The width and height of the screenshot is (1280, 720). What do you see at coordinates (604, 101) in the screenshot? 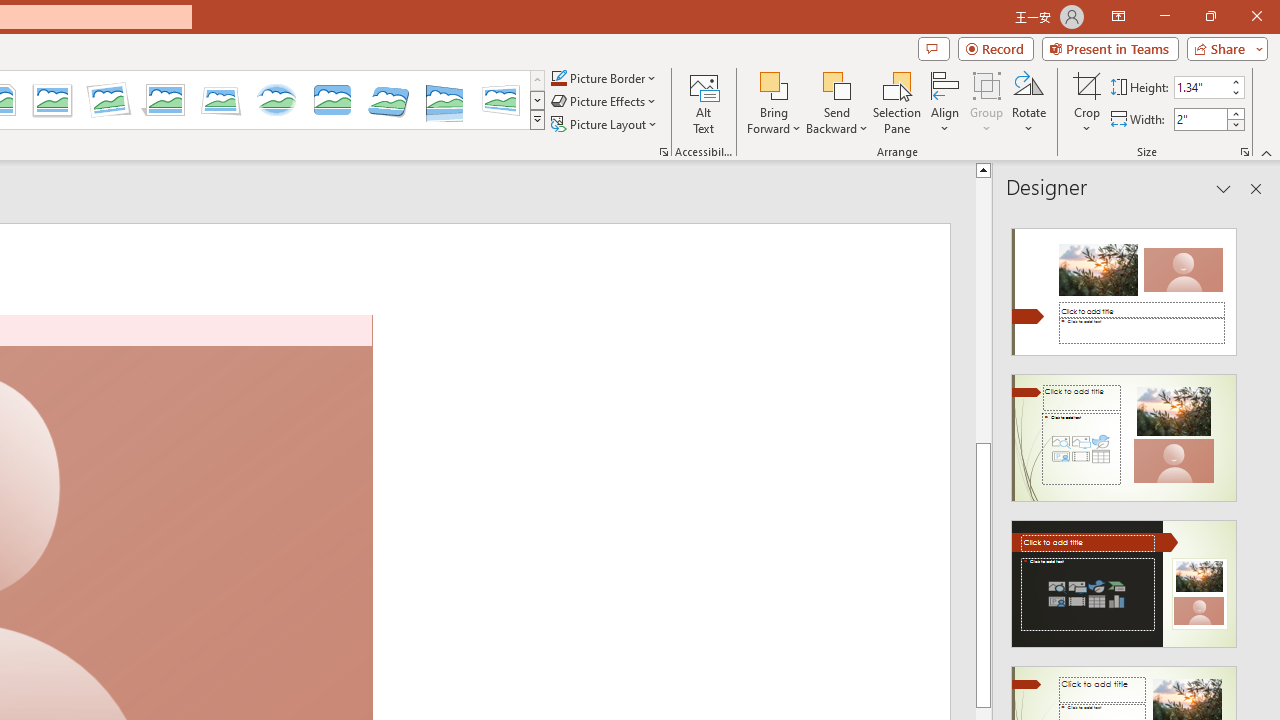
I see `'Picture Effects'` at bounding box center [604, 101].